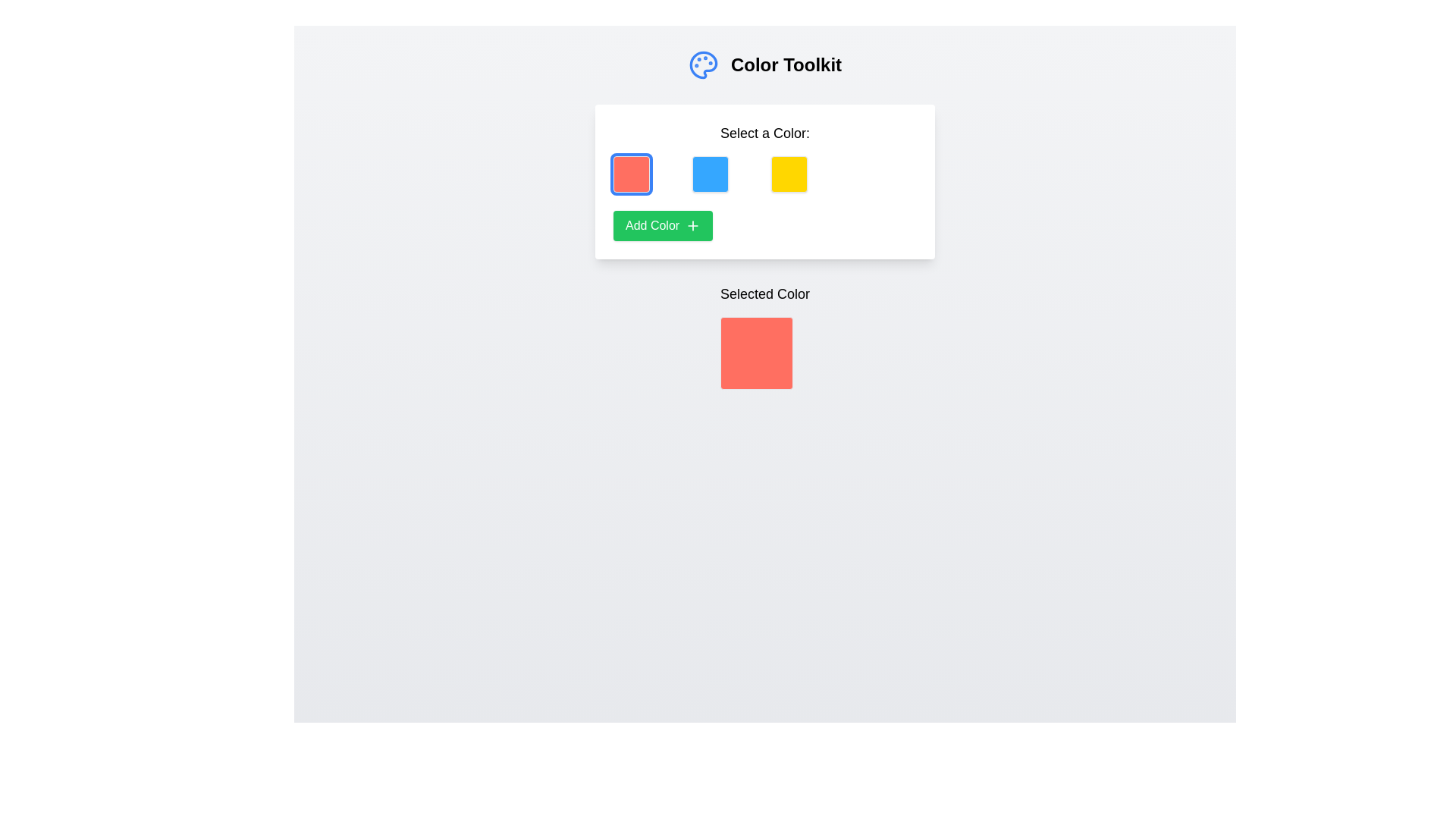  What do you see at coordinates (692, 225) in the screenshot?
I see `the green 'Add Color' button that contains a plus sign icon` at bounding box center [692, 225].